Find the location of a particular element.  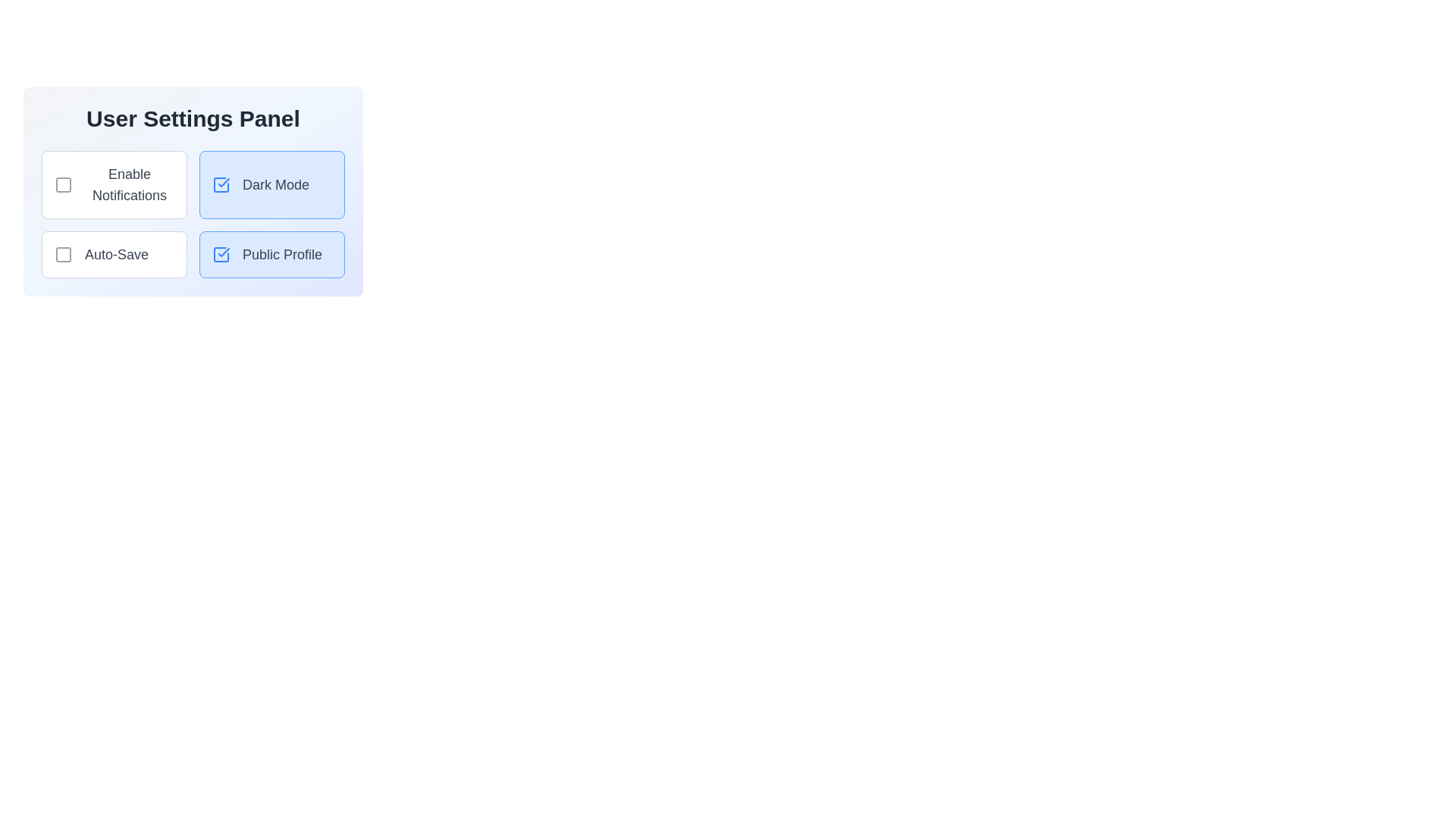

properties of the visual indicator square representing the 'Auto-Save' functionality located within the bottom left corner of the settings panel is located at coordinates (62, 253).